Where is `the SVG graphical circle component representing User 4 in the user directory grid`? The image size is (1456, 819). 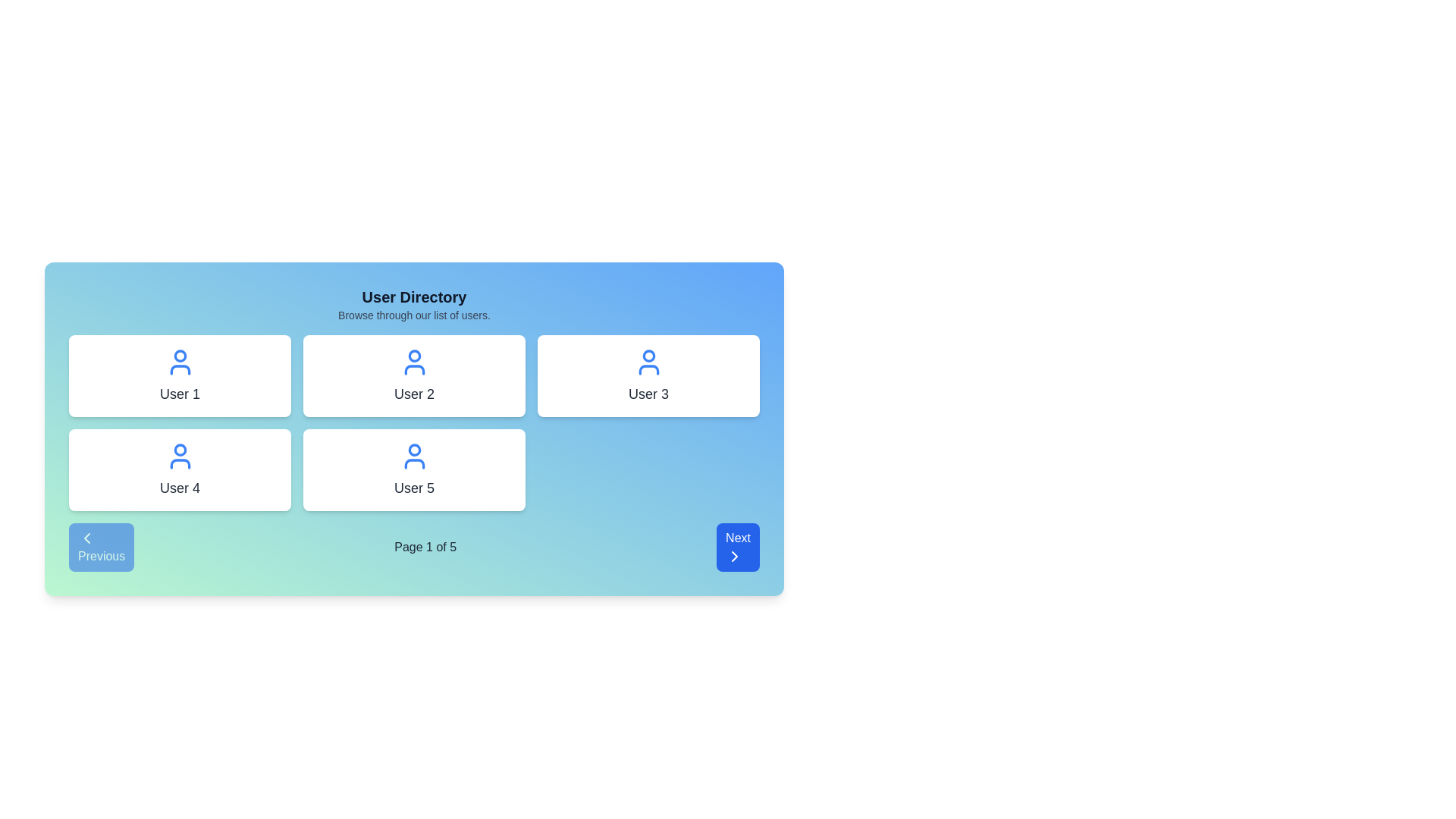
the SVG graphical circle component representing User 4 in the user directory grid is located at coordinates (180, 449).